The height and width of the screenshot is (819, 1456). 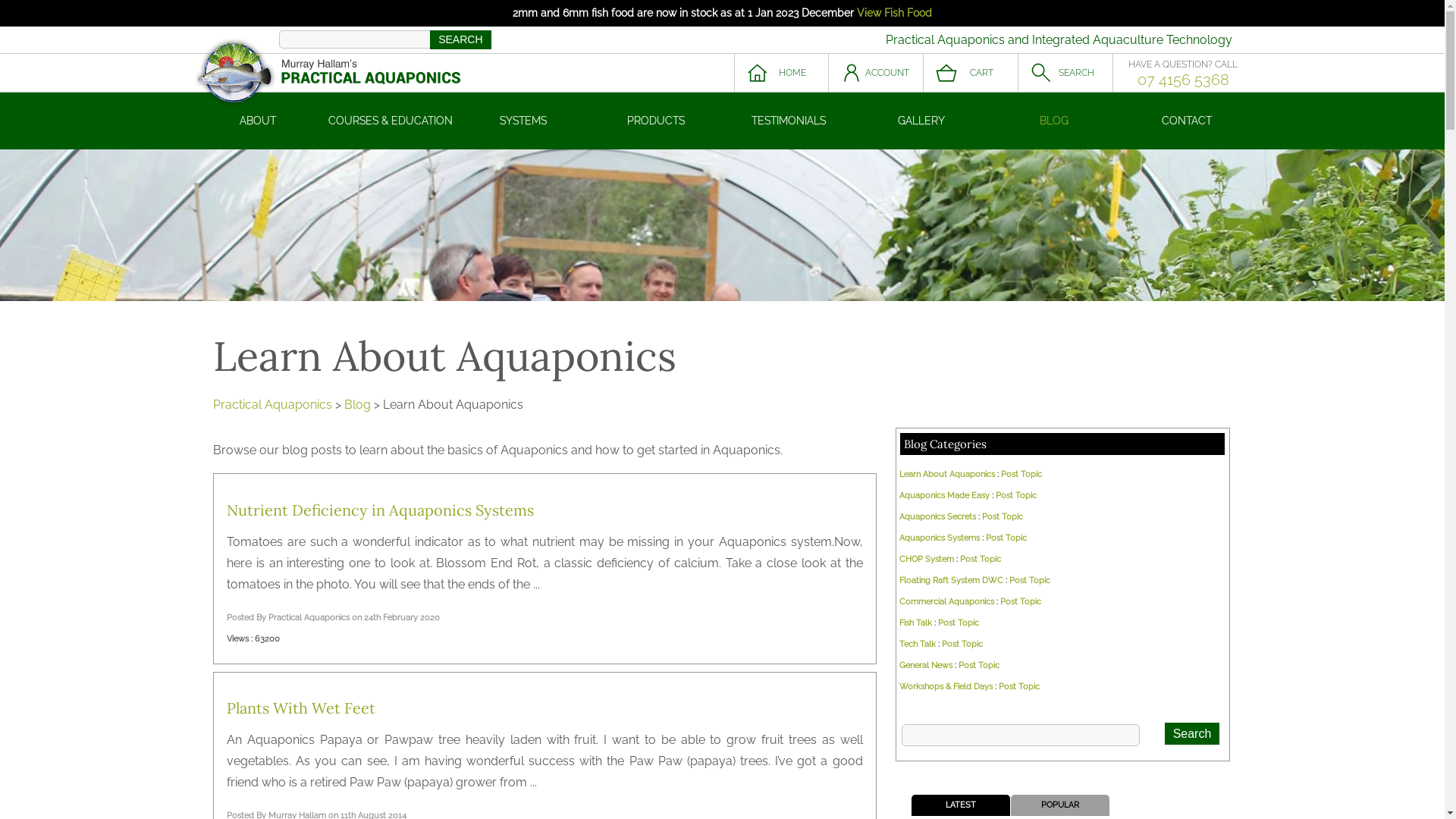 What do you see at coordinates (894, 12) in the screenshot?
I see `'View Fish Food'` at bounding box center [894, 12].